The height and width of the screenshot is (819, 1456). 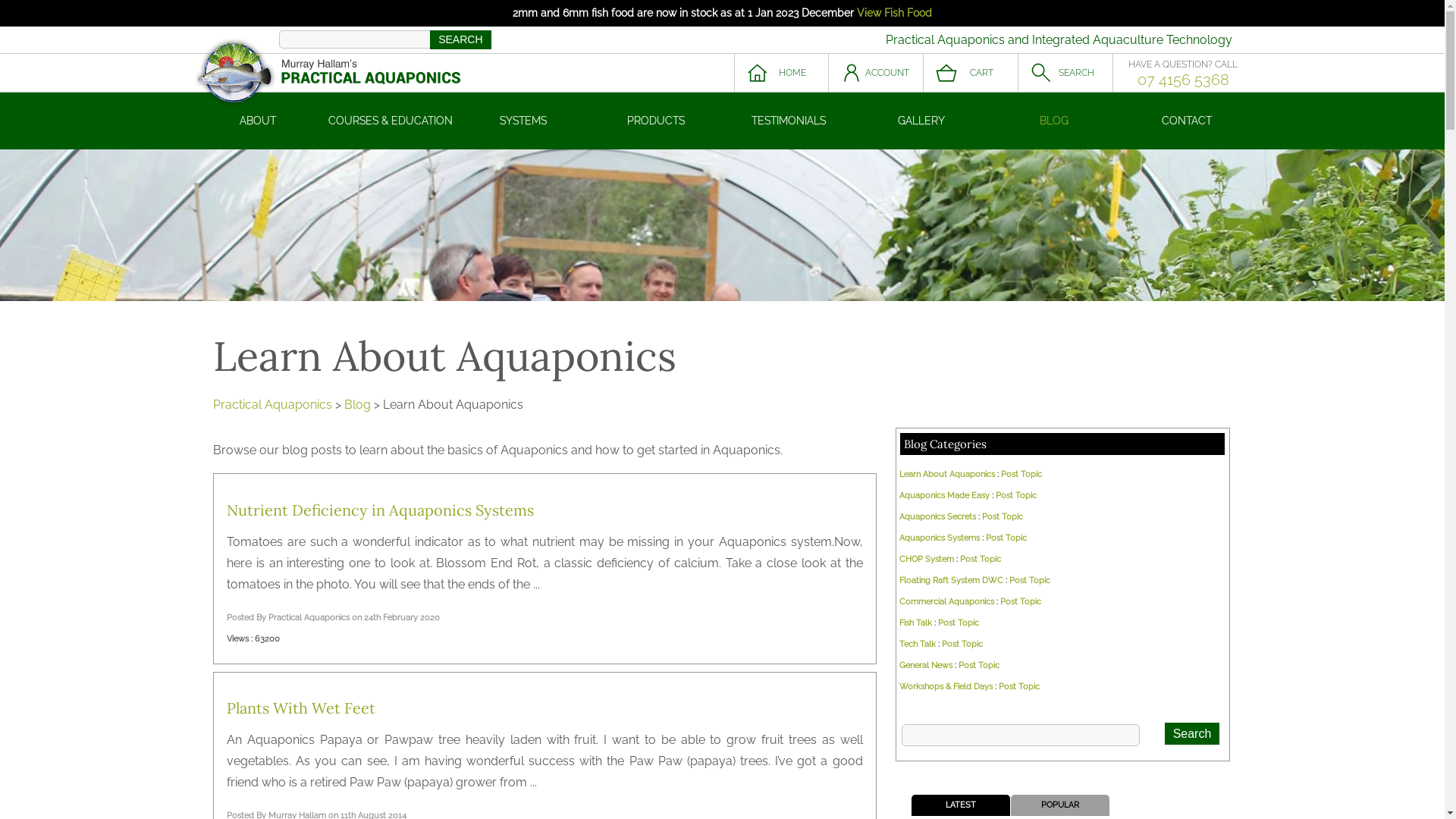 What do you see at coordinates (894, 12) in the screenshot?
I see `'View Fish Food'` at bounding box center [894, 12].